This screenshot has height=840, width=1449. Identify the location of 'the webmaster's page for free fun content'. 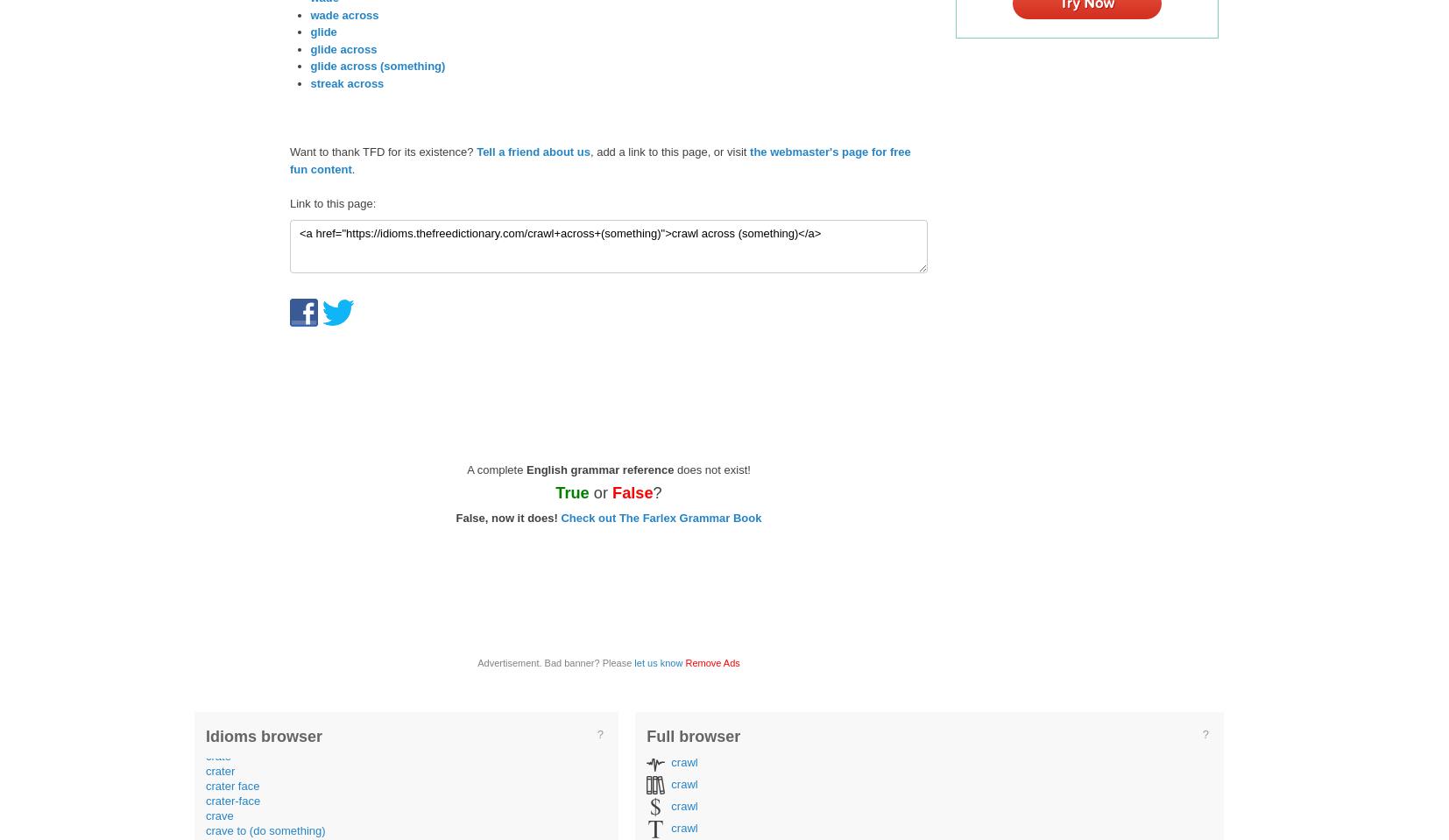
(599, 159).